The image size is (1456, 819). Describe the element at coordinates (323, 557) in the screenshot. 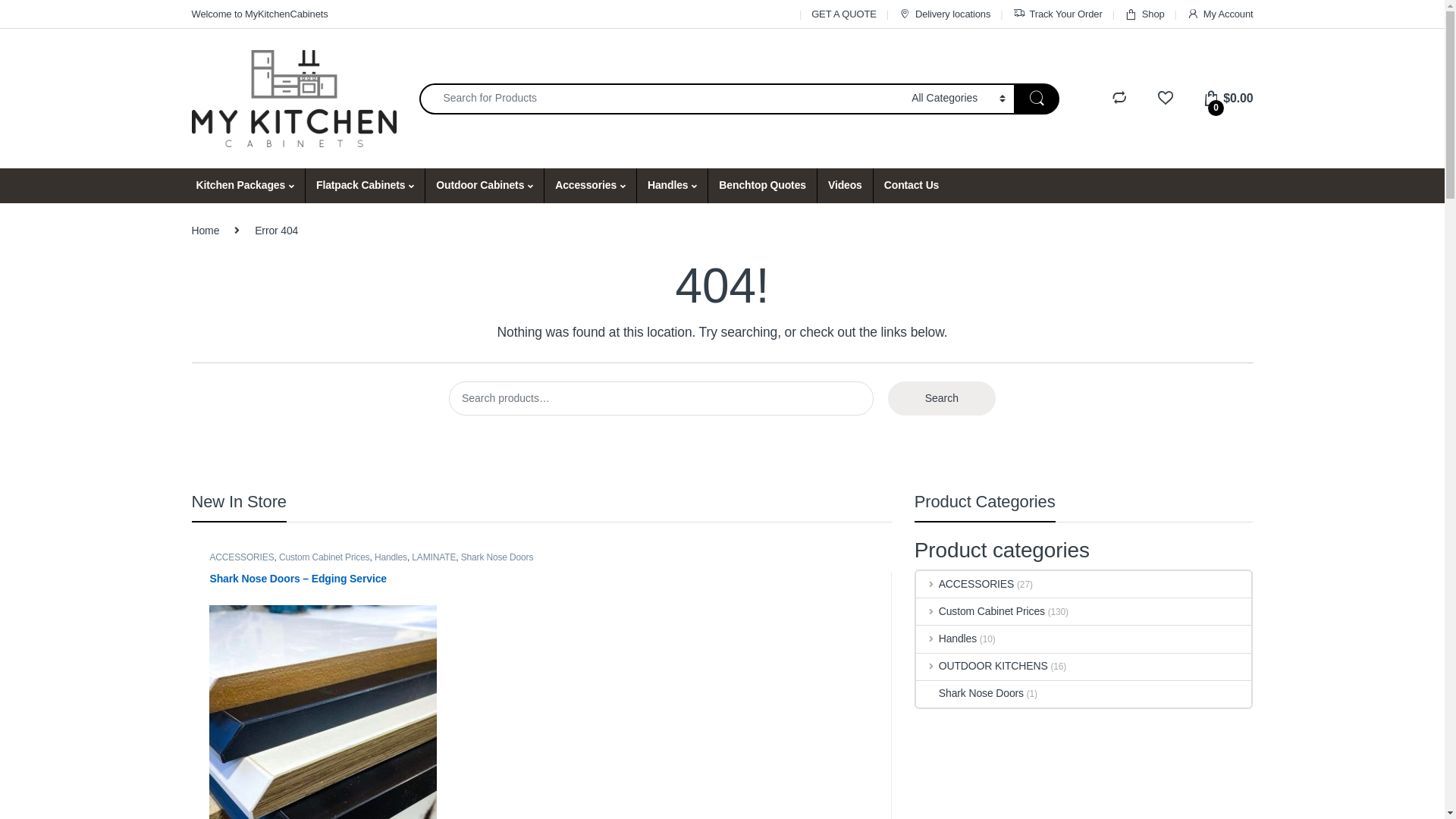

I see `'Custom Cabinet Prices'` at that location.